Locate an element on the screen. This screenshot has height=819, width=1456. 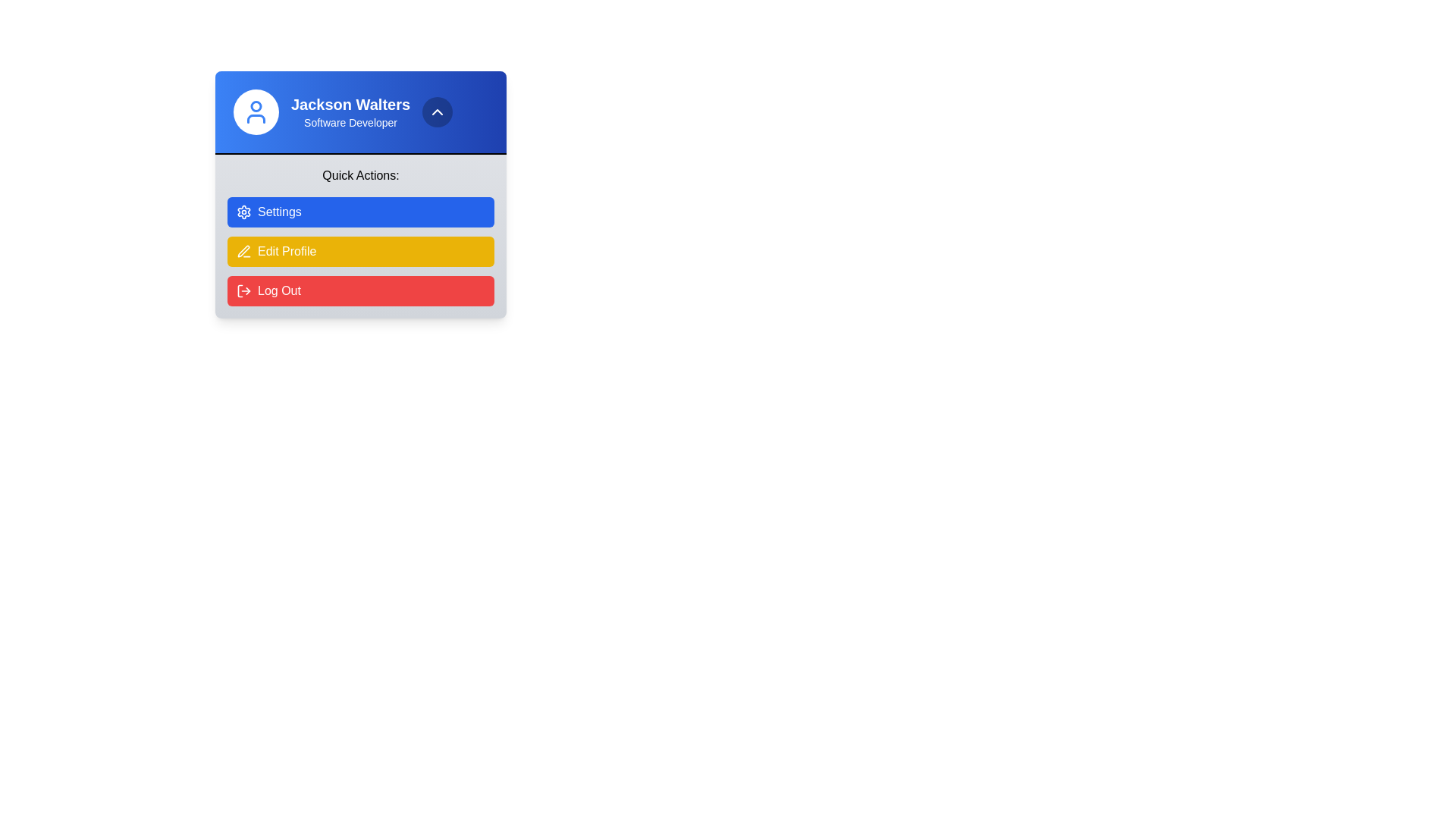
the profile edit button located centrally in the 'Quick Actions' section, which is the second button in a vertical stack between the 'Settings' and 'Log Out' buttons is located at coordinates (359, 249).